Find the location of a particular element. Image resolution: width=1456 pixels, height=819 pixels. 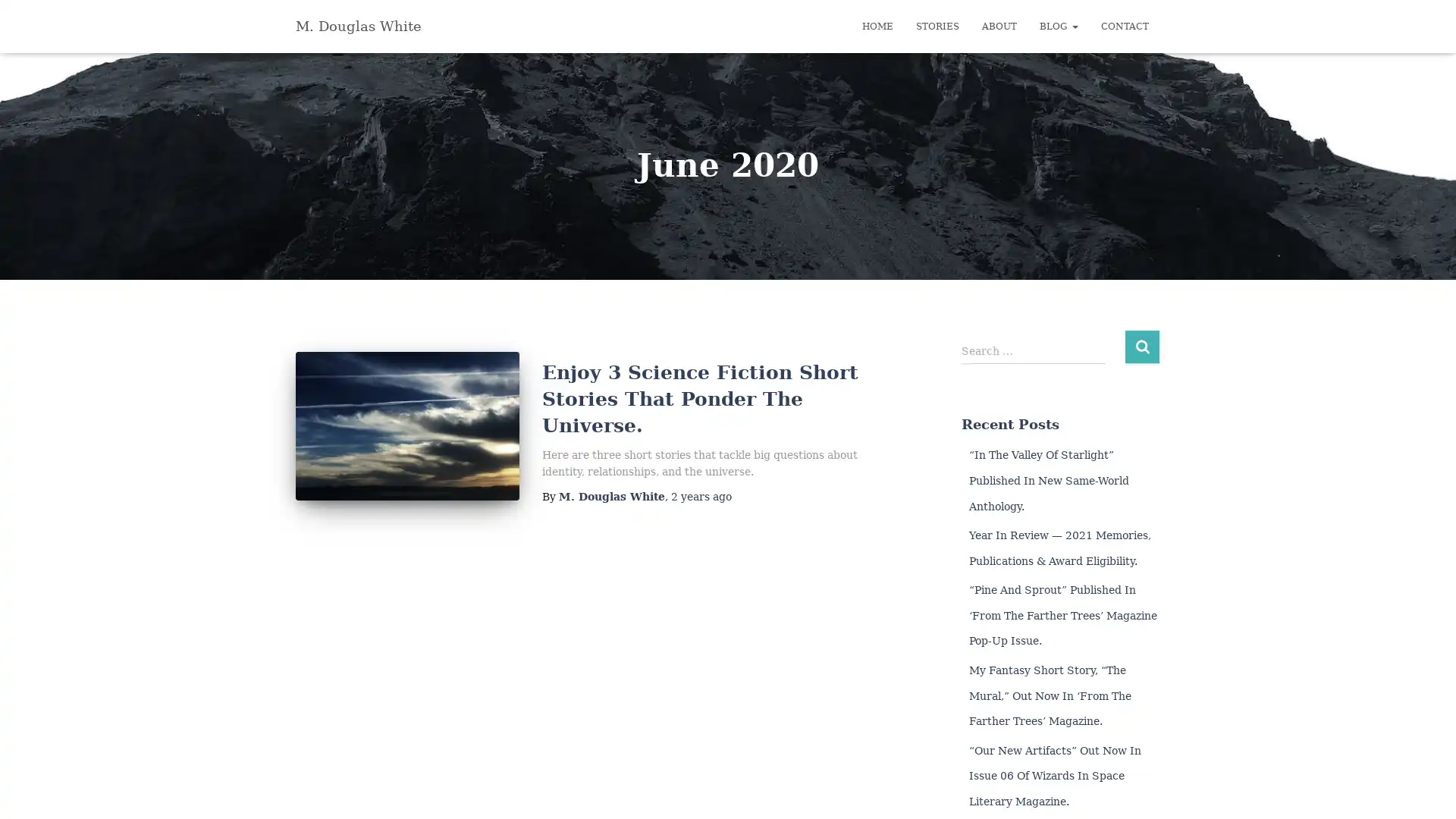

Search is located at coordinates (1142, 346).